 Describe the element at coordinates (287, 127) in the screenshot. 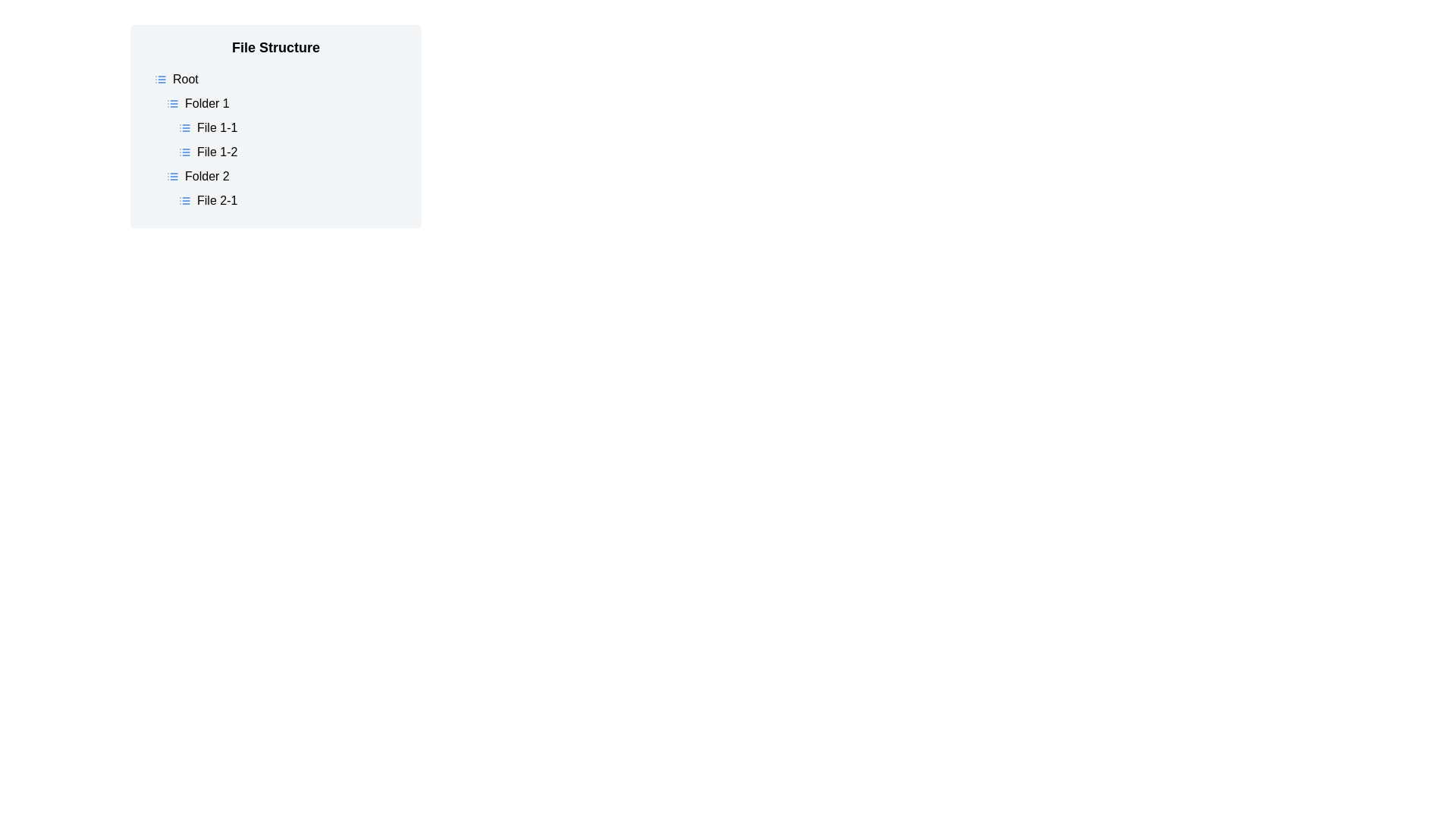

I see `the collapsible folder labeled 'Folder 1'` at that location.